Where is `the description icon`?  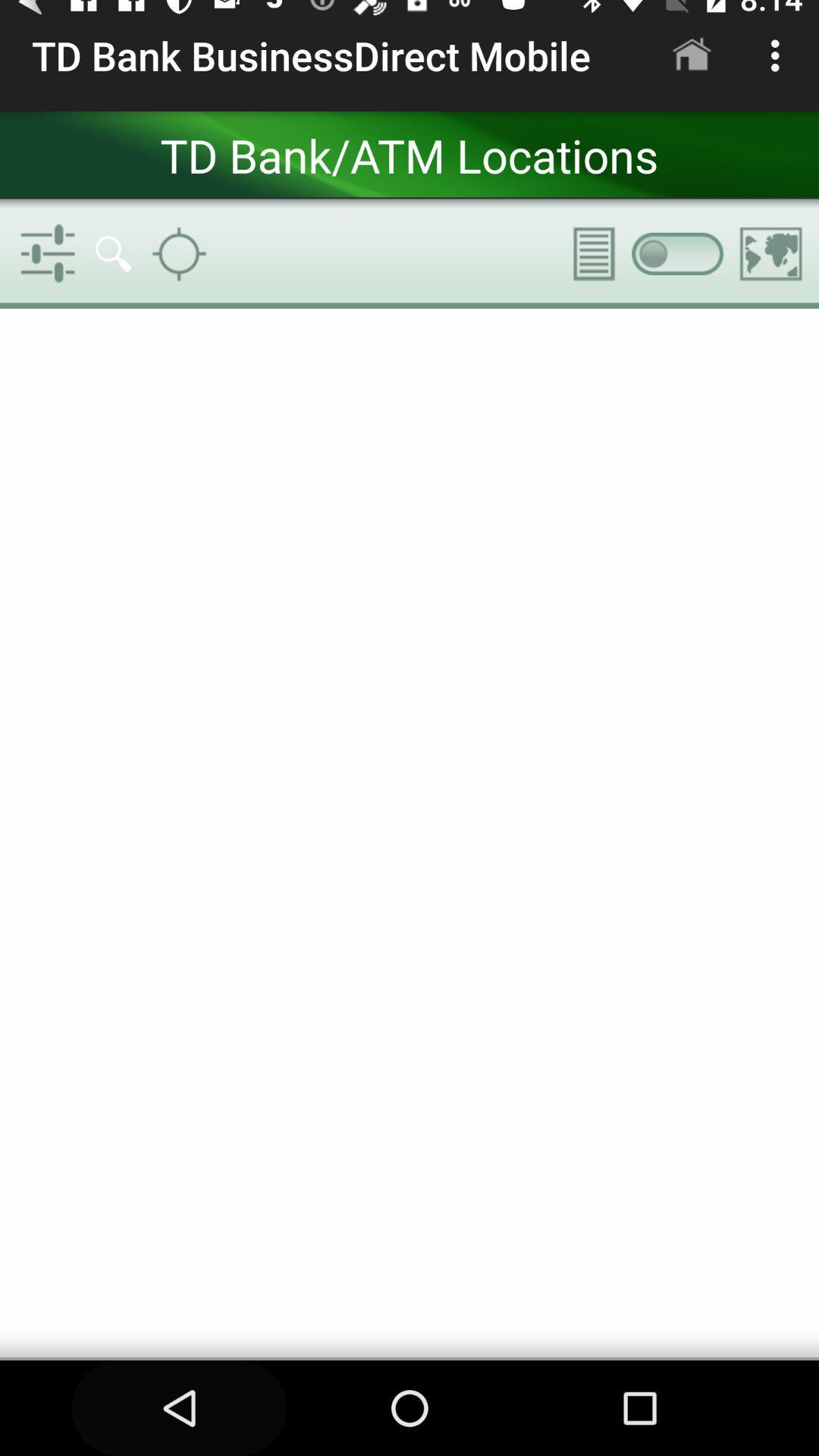
the description icon is located at coordinates (583, 253).